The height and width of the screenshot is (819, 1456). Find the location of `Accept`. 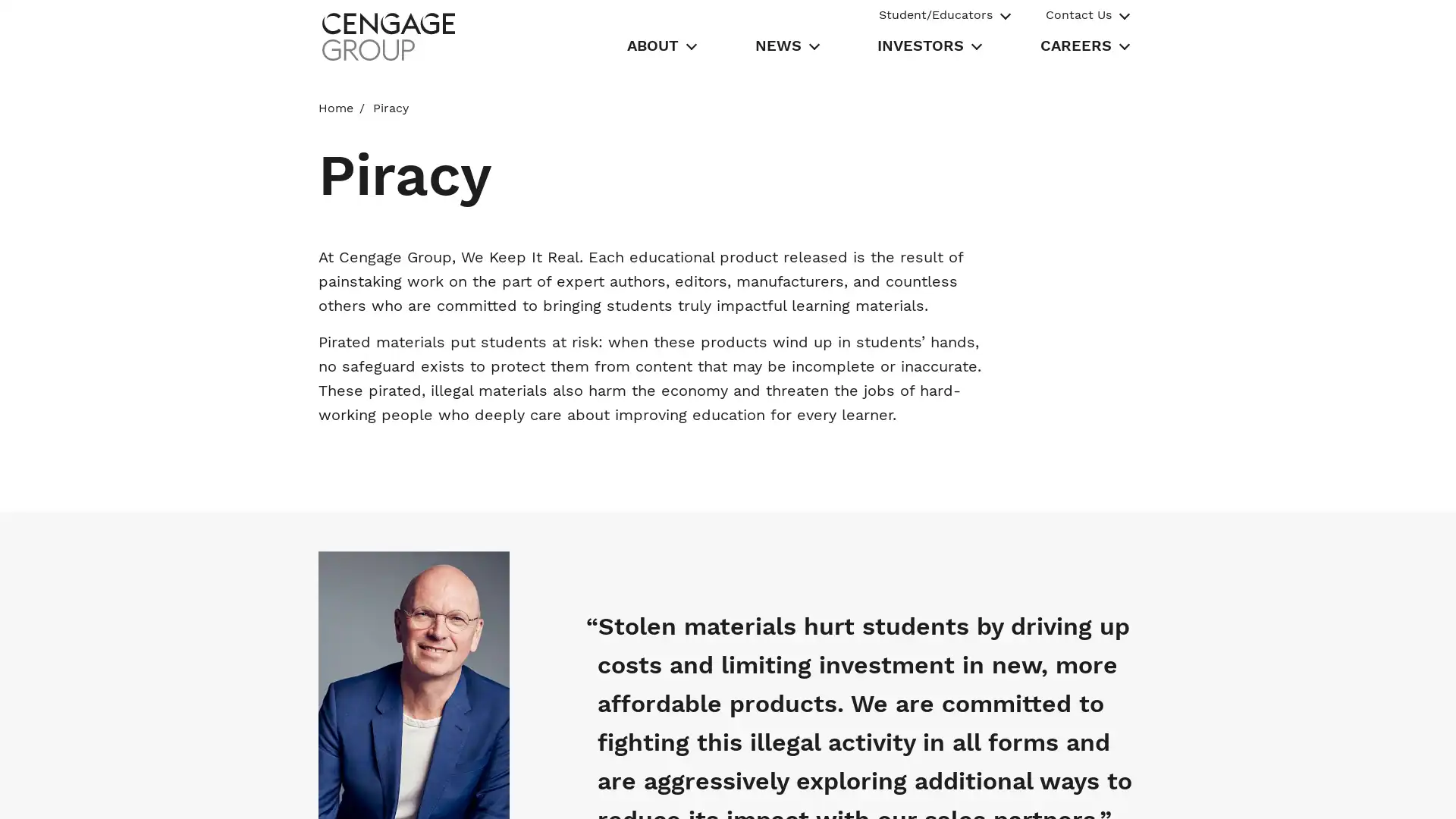

Accept is located at coordinates (1169, 789).